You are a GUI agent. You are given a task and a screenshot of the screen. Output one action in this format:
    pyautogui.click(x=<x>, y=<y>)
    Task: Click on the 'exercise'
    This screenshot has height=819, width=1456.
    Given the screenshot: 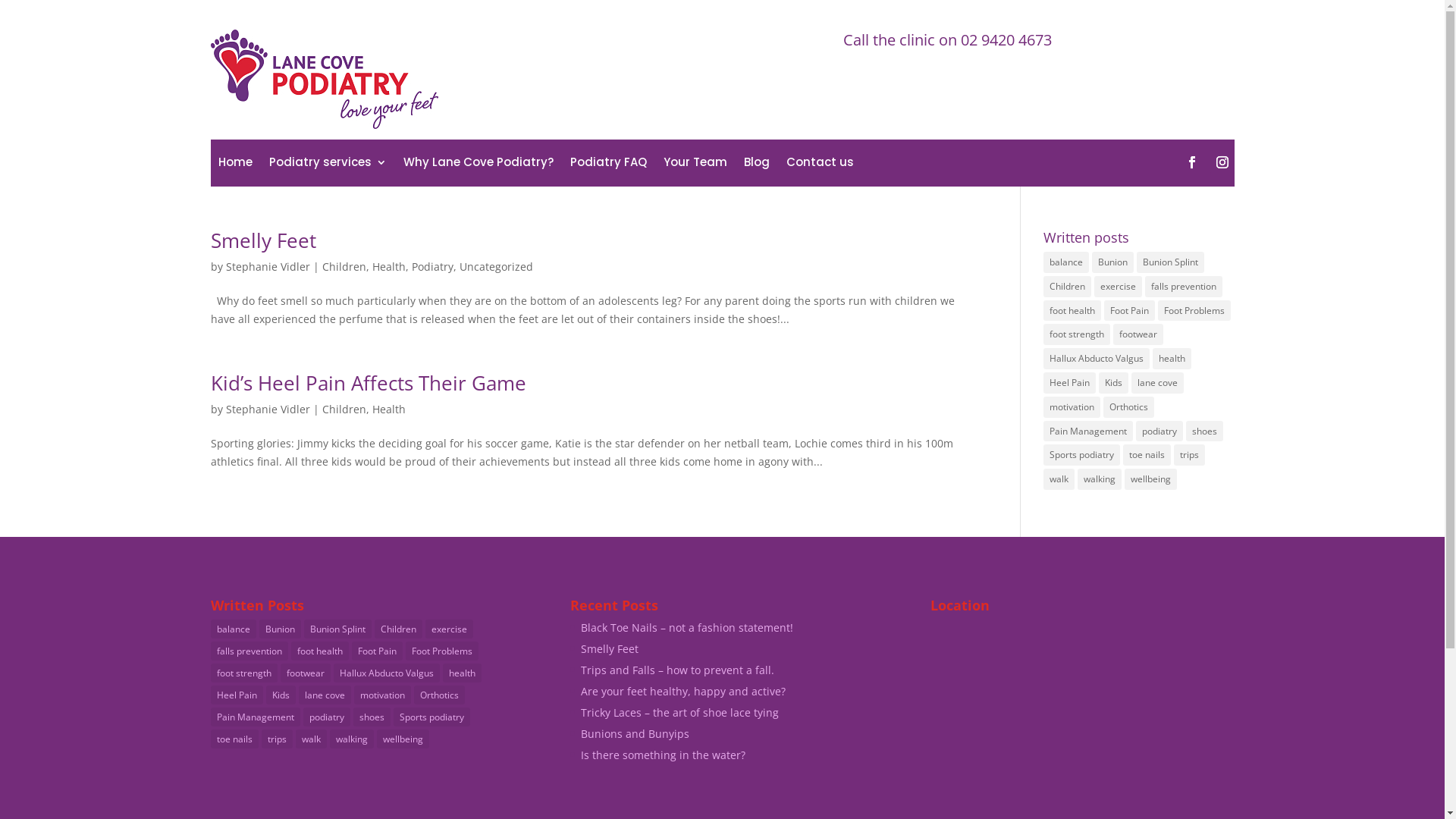 What is the action you would take?
    pyautogui.click(x=1118, y=287)
    